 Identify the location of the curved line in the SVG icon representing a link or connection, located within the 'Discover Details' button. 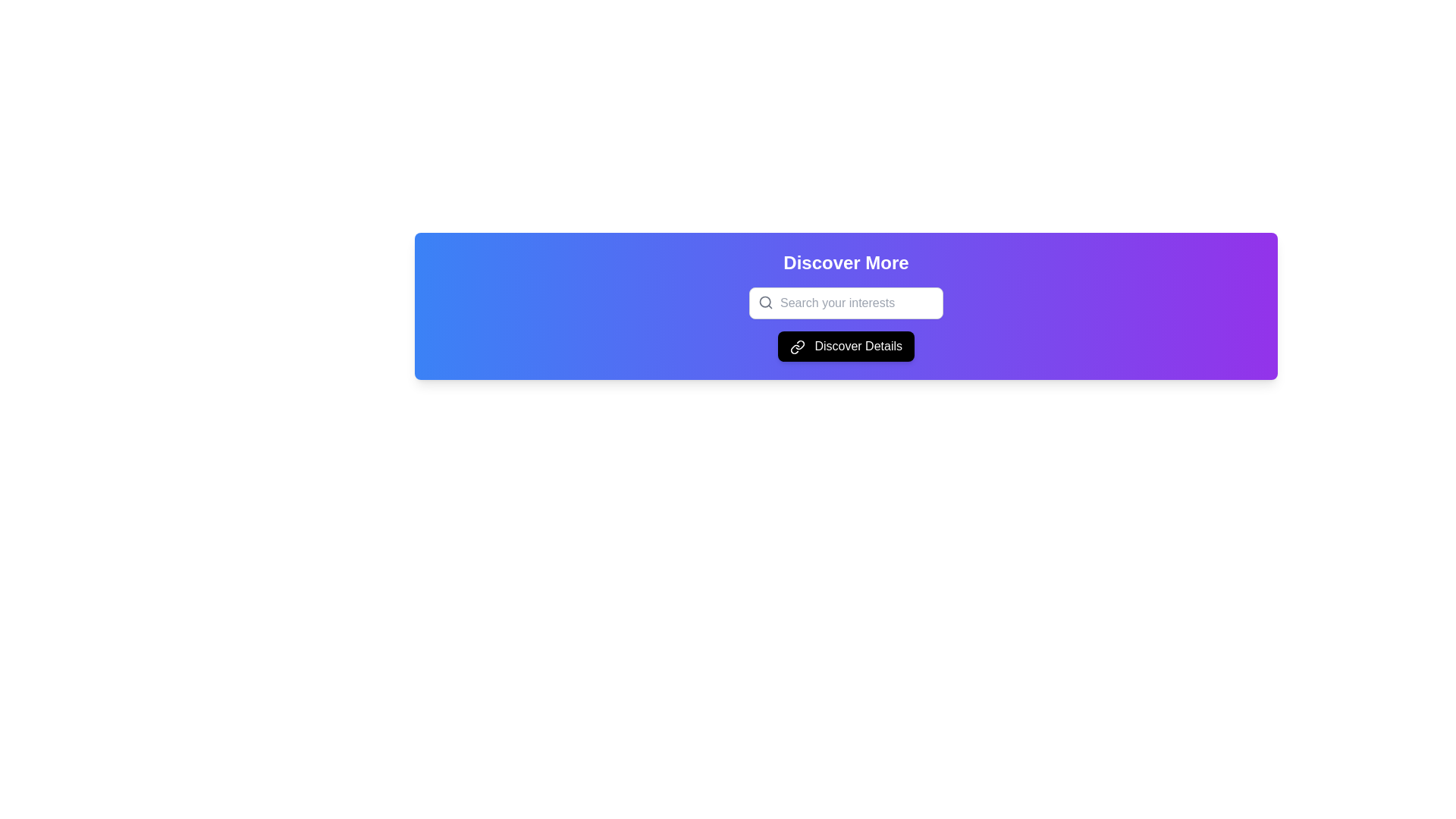
(799, 344).